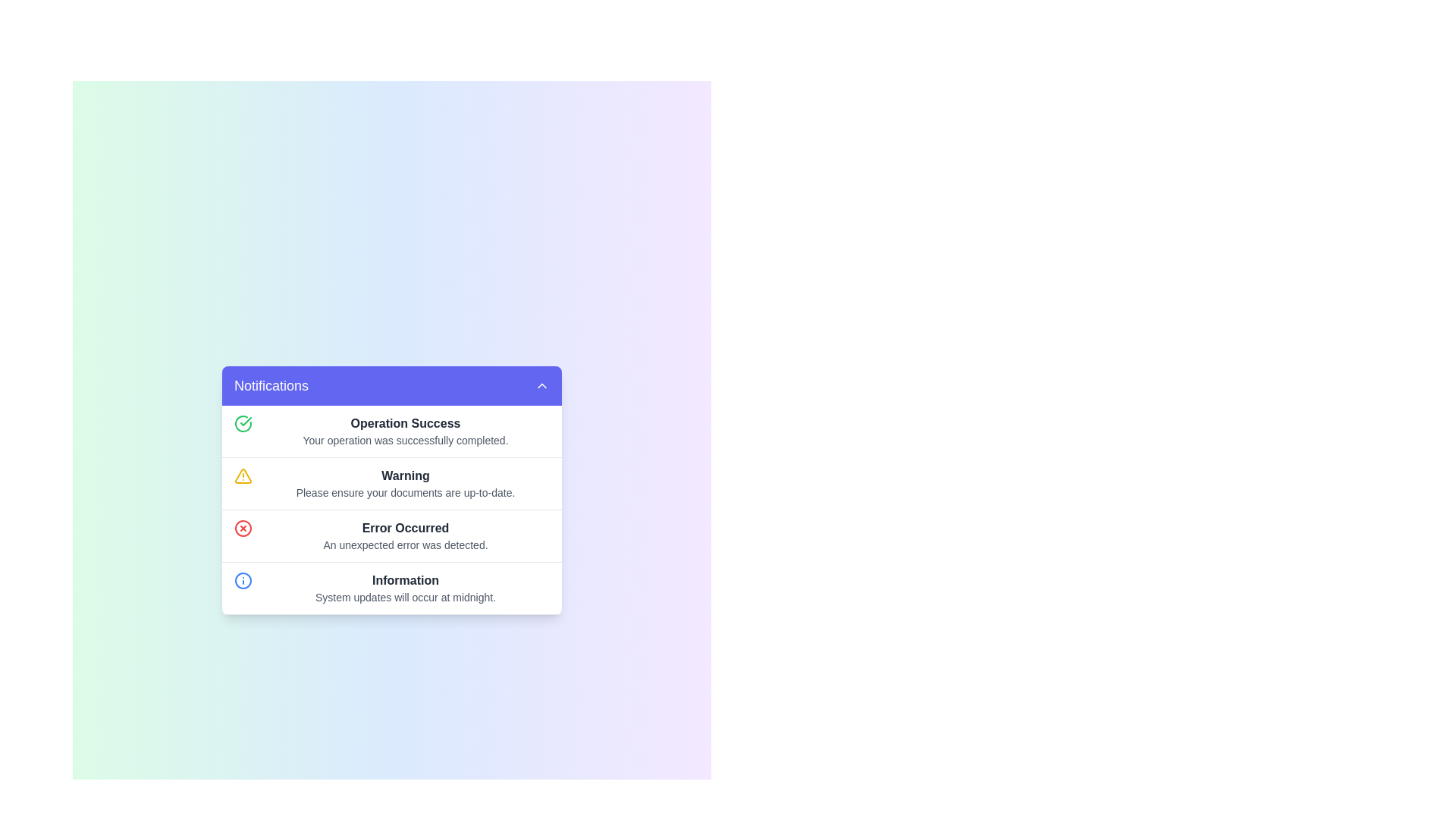 This screenshot has height=819, width=1456. I want to click on the first notification item in the notifications panel to acknowledge the successful operation, so click(392, 431).